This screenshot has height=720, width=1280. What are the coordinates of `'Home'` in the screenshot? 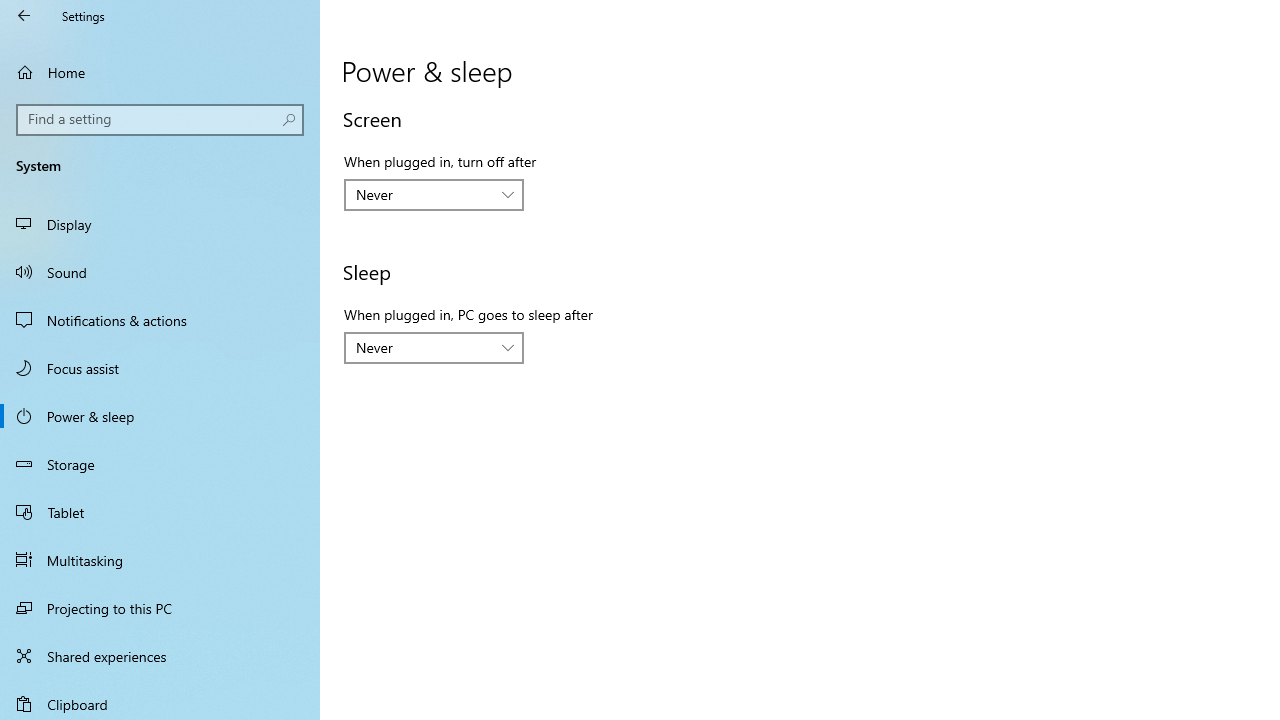 It's located at (160, 71).